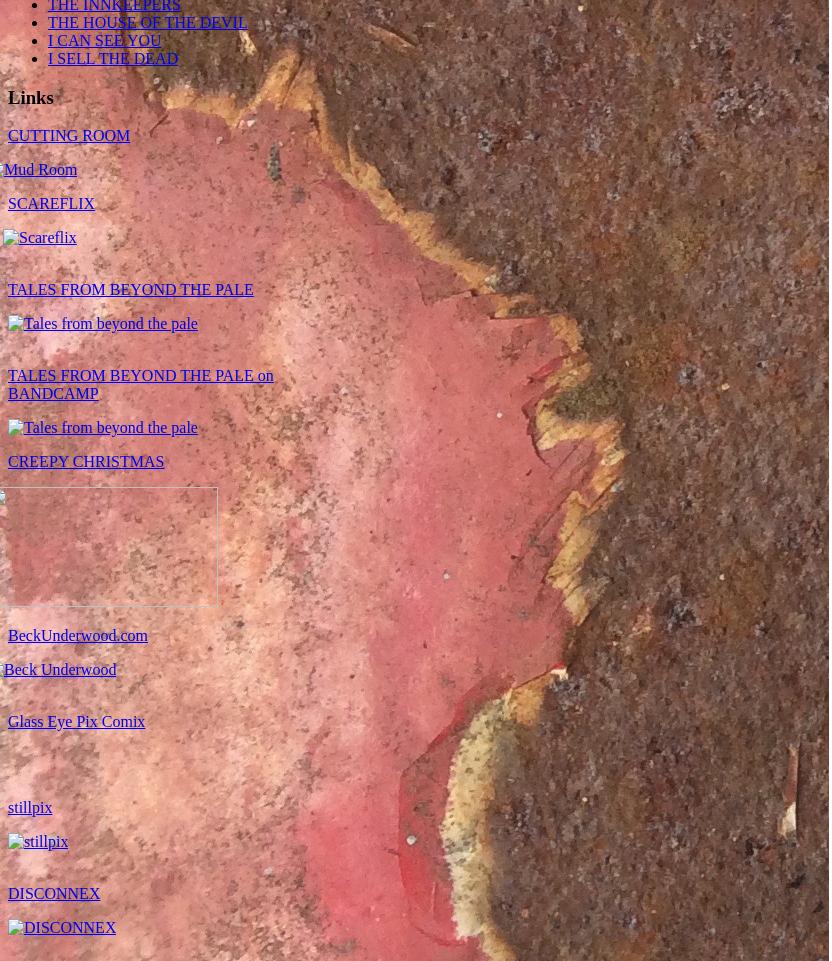 This screenshot has width=832, height=961. Describe the element at coordinates (7, 203) in the screenshot. I see `'SCAREFLIX'` at that location.